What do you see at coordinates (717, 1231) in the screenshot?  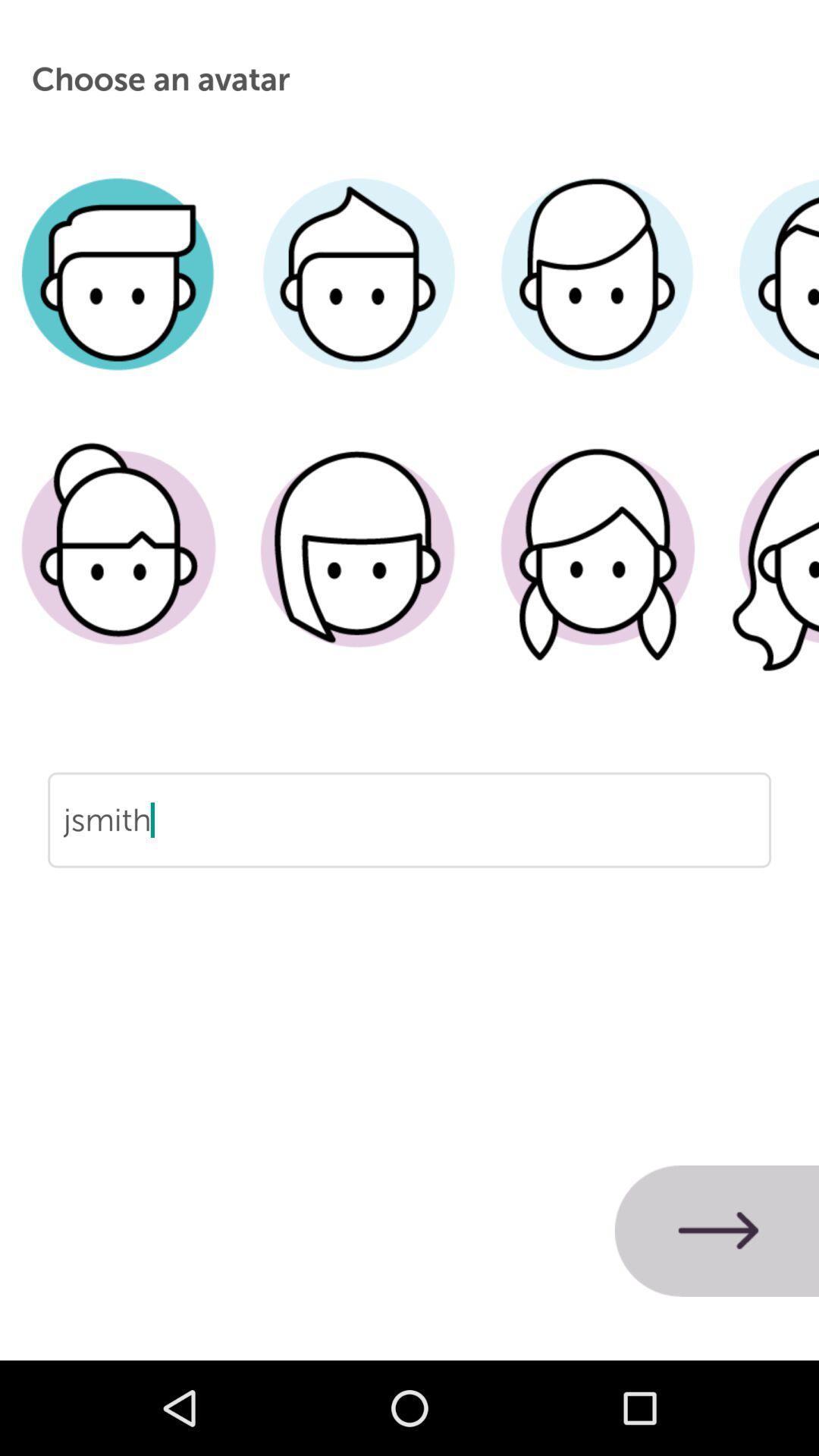 I see `next` at bounding box center [717, 1231].